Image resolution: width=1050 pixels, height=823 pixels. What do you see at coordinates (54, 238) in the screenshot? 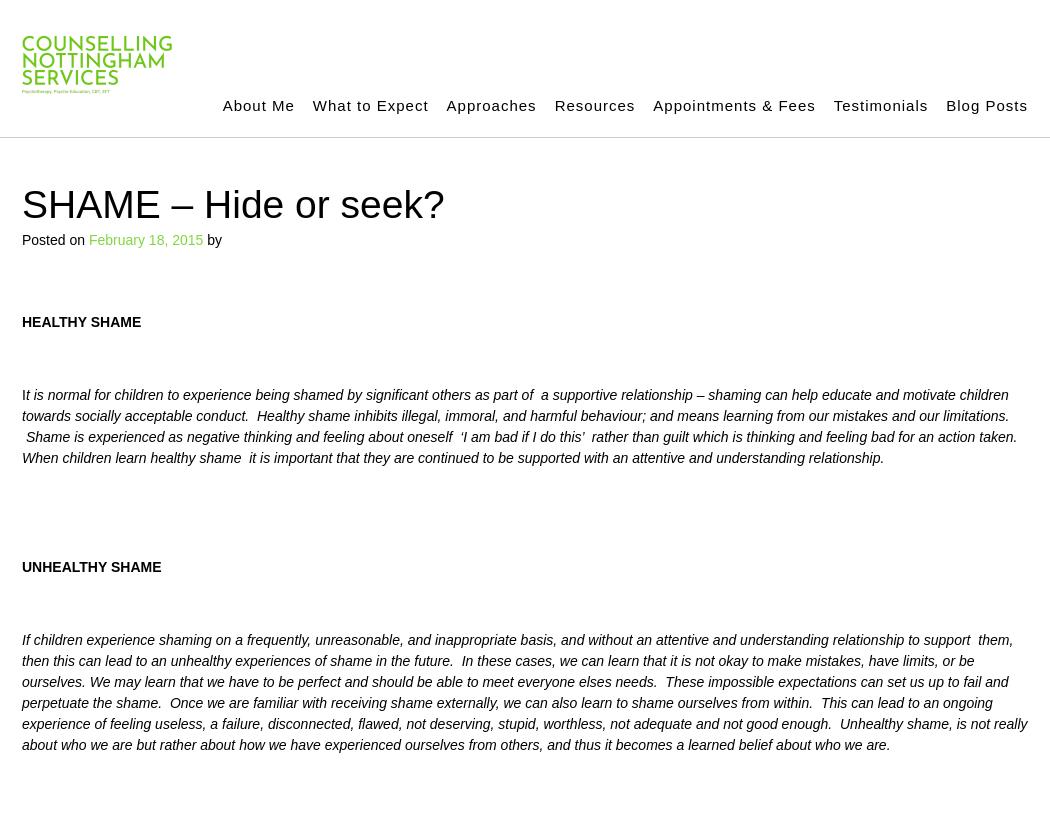
I see `'Posted on'` at bounding box center [54, 238].